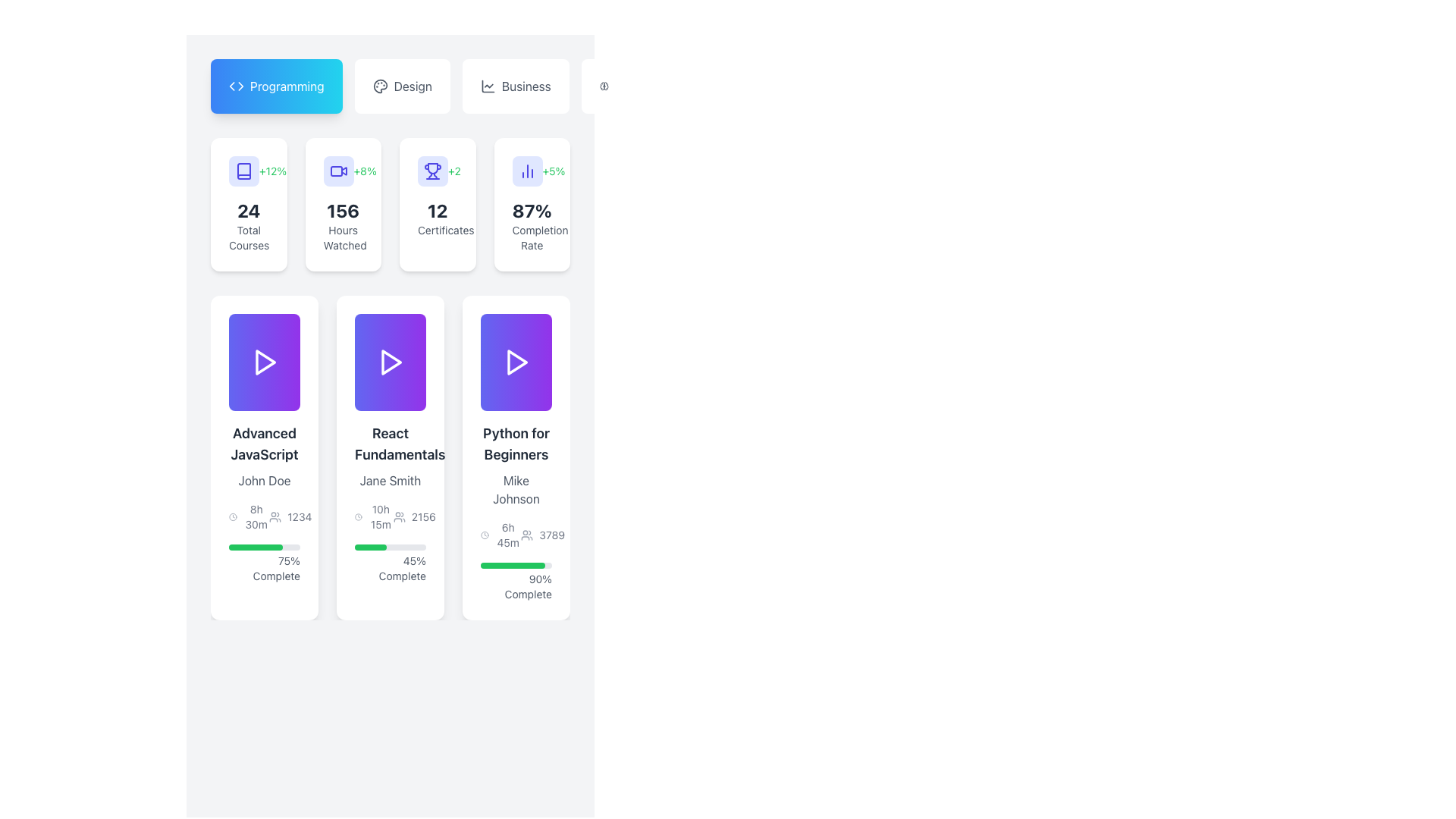 This screenshot has width=1456, height=819. Describe the element at coordinates (249, 516) in the screenshot. I see `the static text element with a clock icon displaying '8h 30m', located in the 'Advanced JavaScript' card, above the completion progress bar` at that location.